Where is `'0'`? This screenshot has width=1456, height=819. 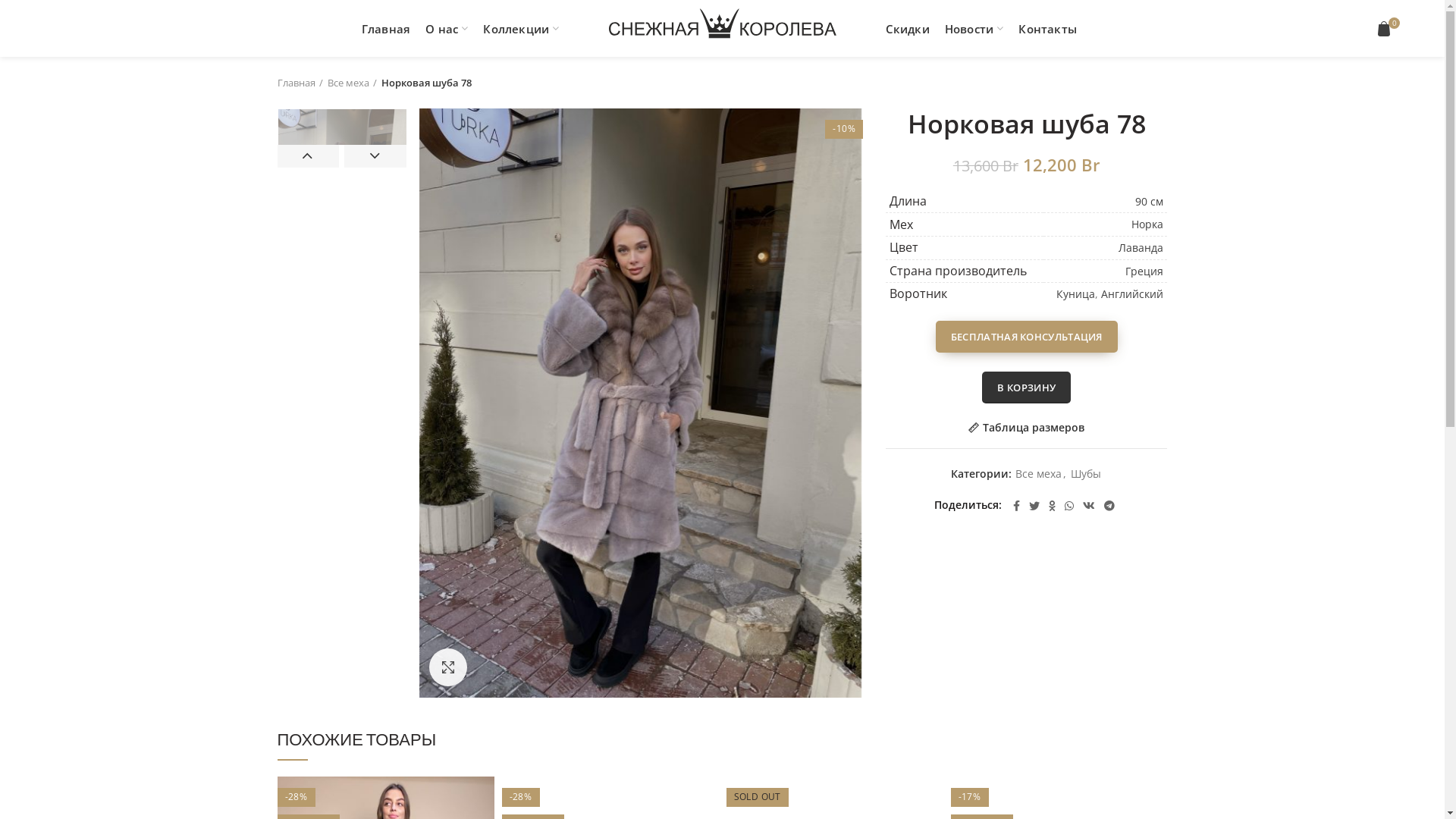
'0' is located at coordinates (1385, 29).